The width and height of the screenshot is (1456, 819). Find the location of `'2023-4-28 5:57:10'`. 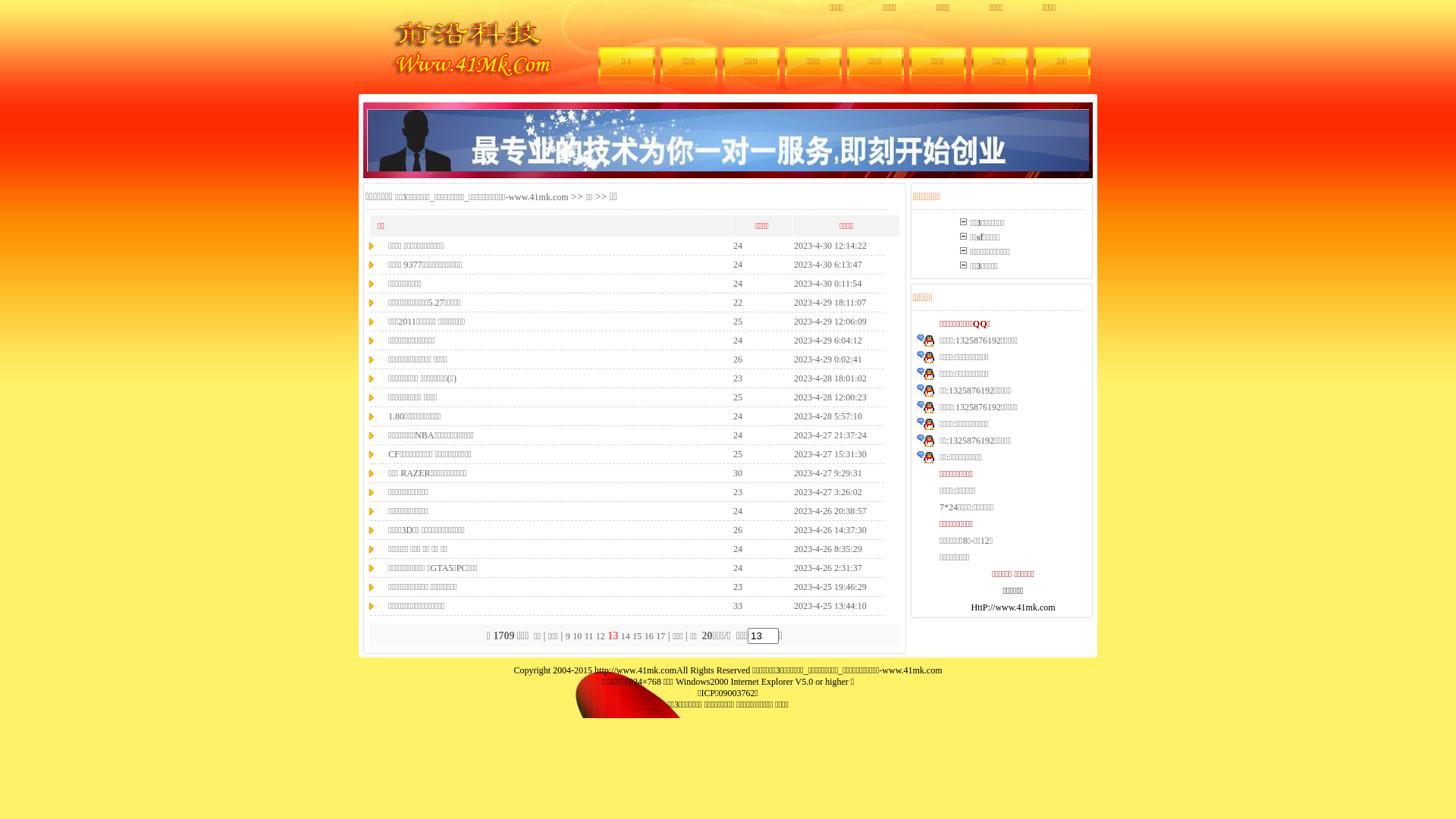

'2023-4-28 5:57:10' is located at coordinates (827, 416).